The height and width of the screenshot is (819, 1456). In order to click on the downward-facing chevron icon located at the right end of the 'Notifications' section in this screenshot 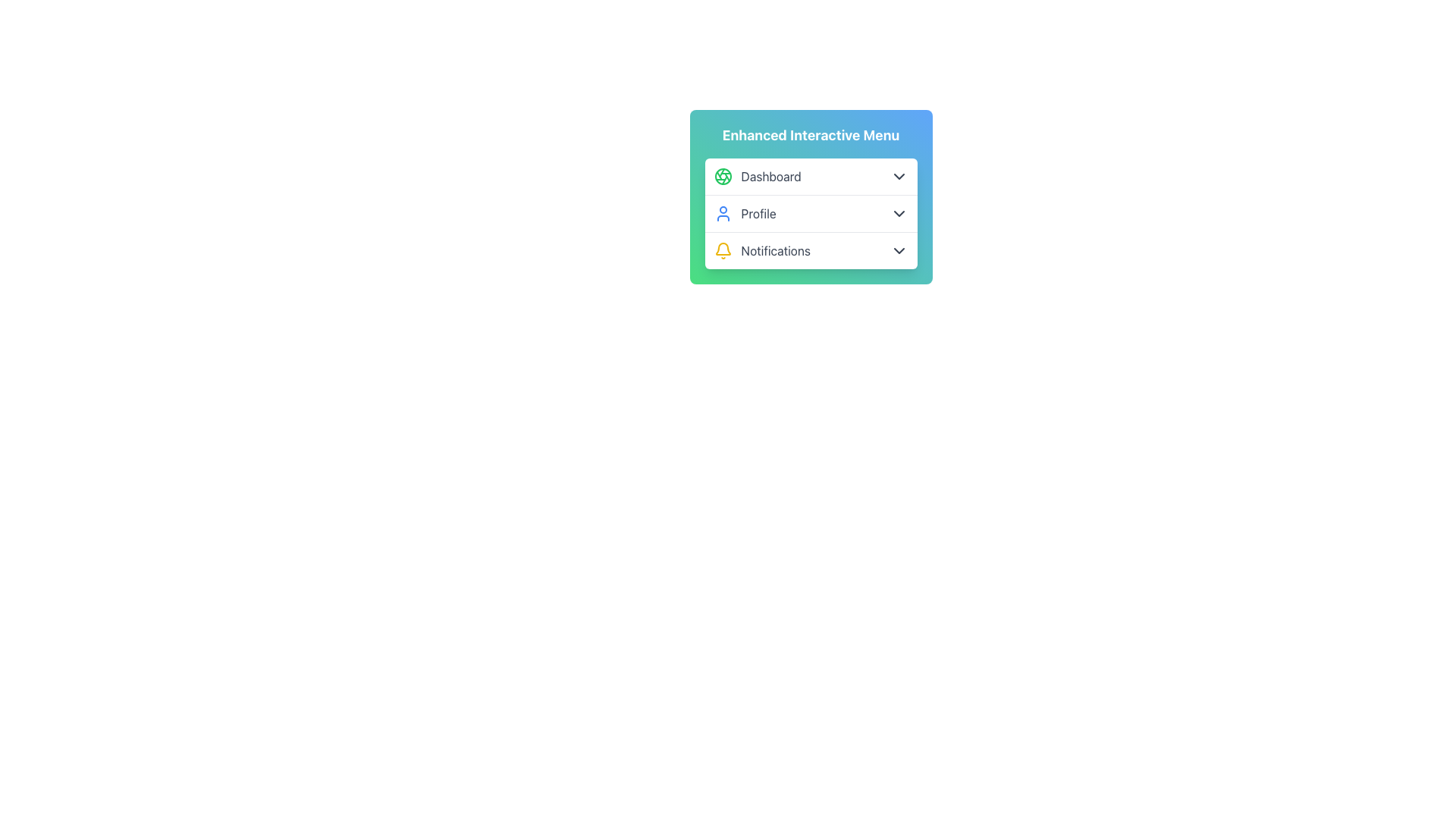, I will do `click(899, 250)`.